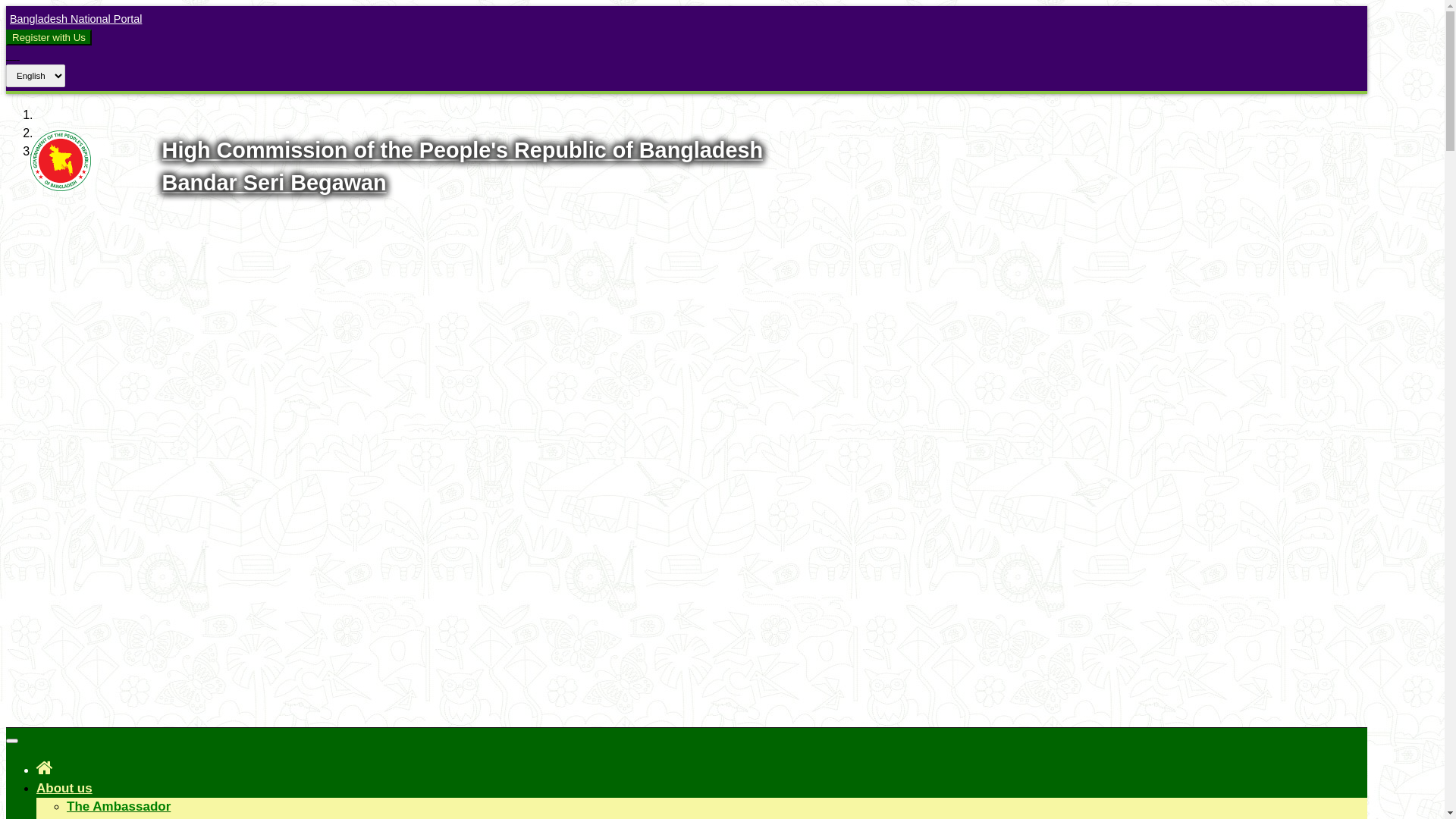 The width and height of the screenshot is (1456, 819). I want to click on 'Register with Us', so click(11, 36).